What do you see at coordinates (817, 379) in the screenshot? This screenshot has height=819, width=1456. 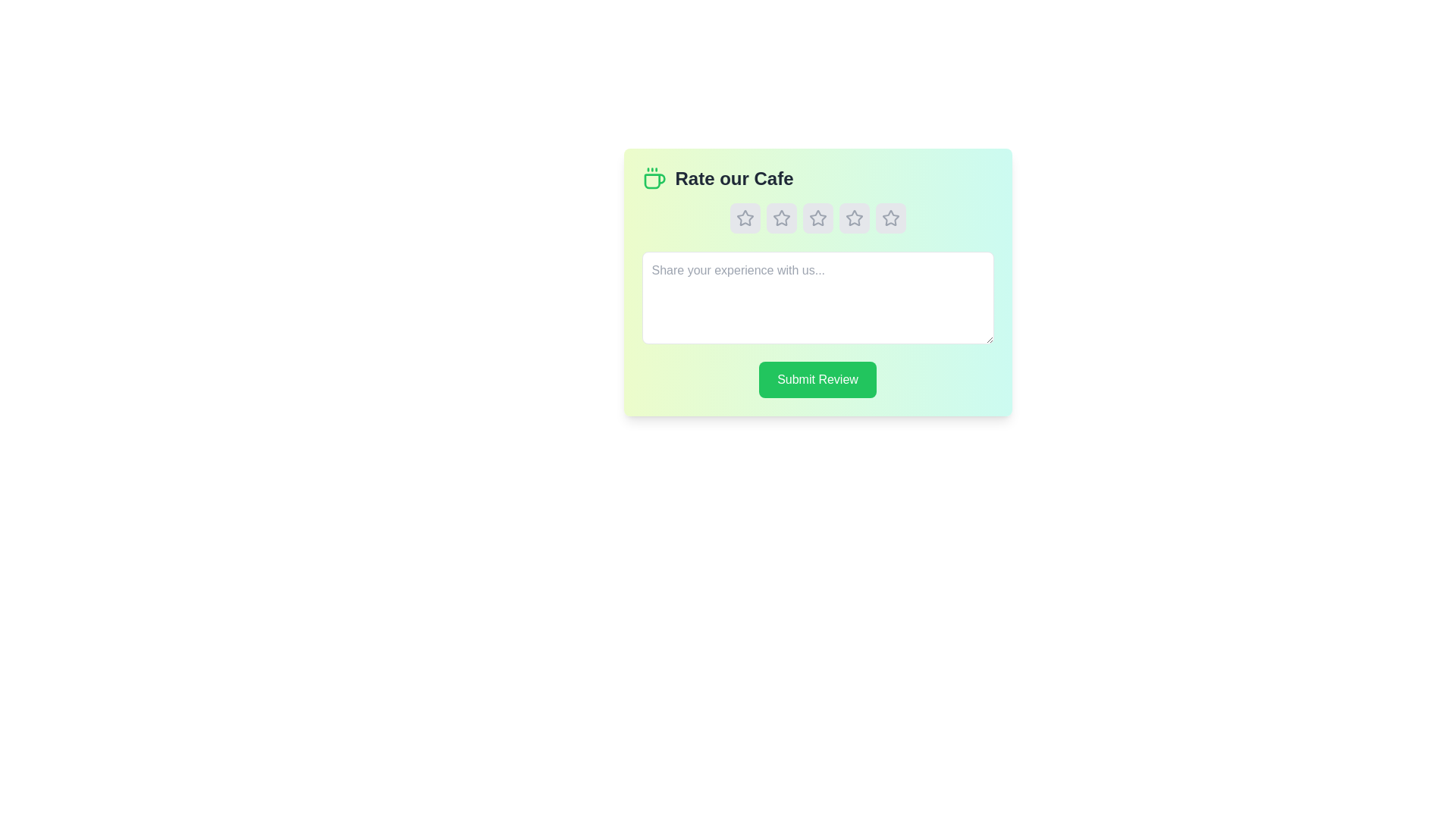 I see `the 'Submit Review' button to submit the feedback` at bounding box center [817, 379].